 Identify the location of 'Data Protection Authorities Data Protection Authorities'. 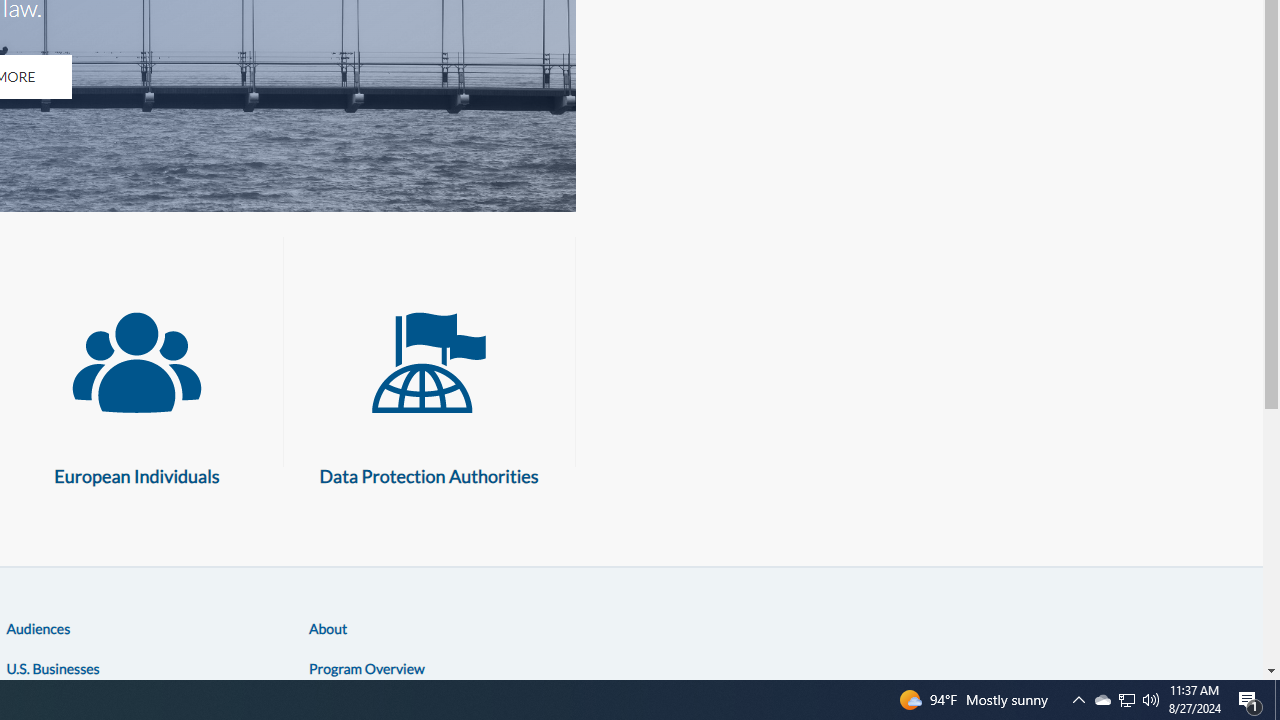
(428, 389).